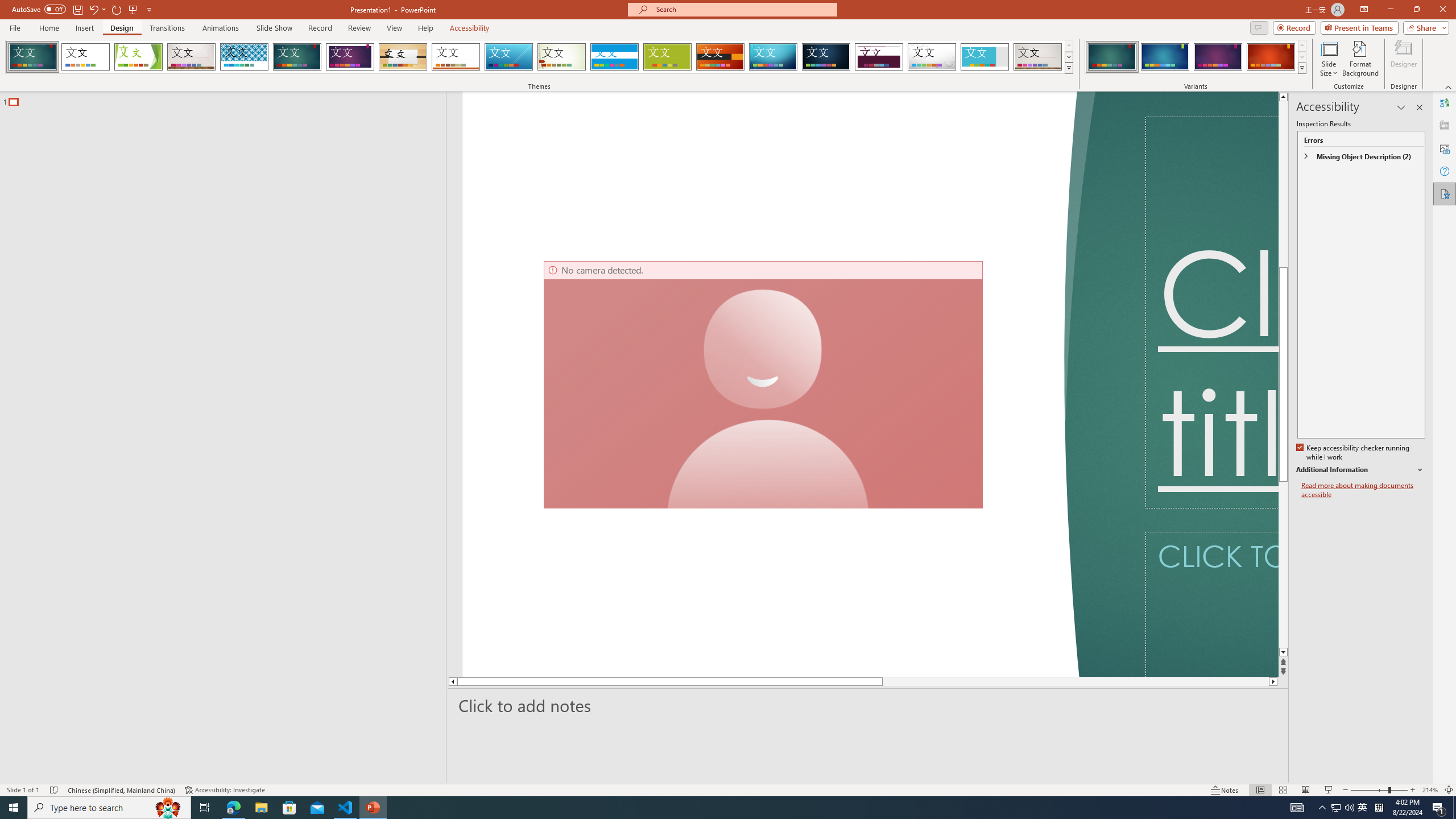  I want to click on 'Zoom 214%', so click(1430, 790).